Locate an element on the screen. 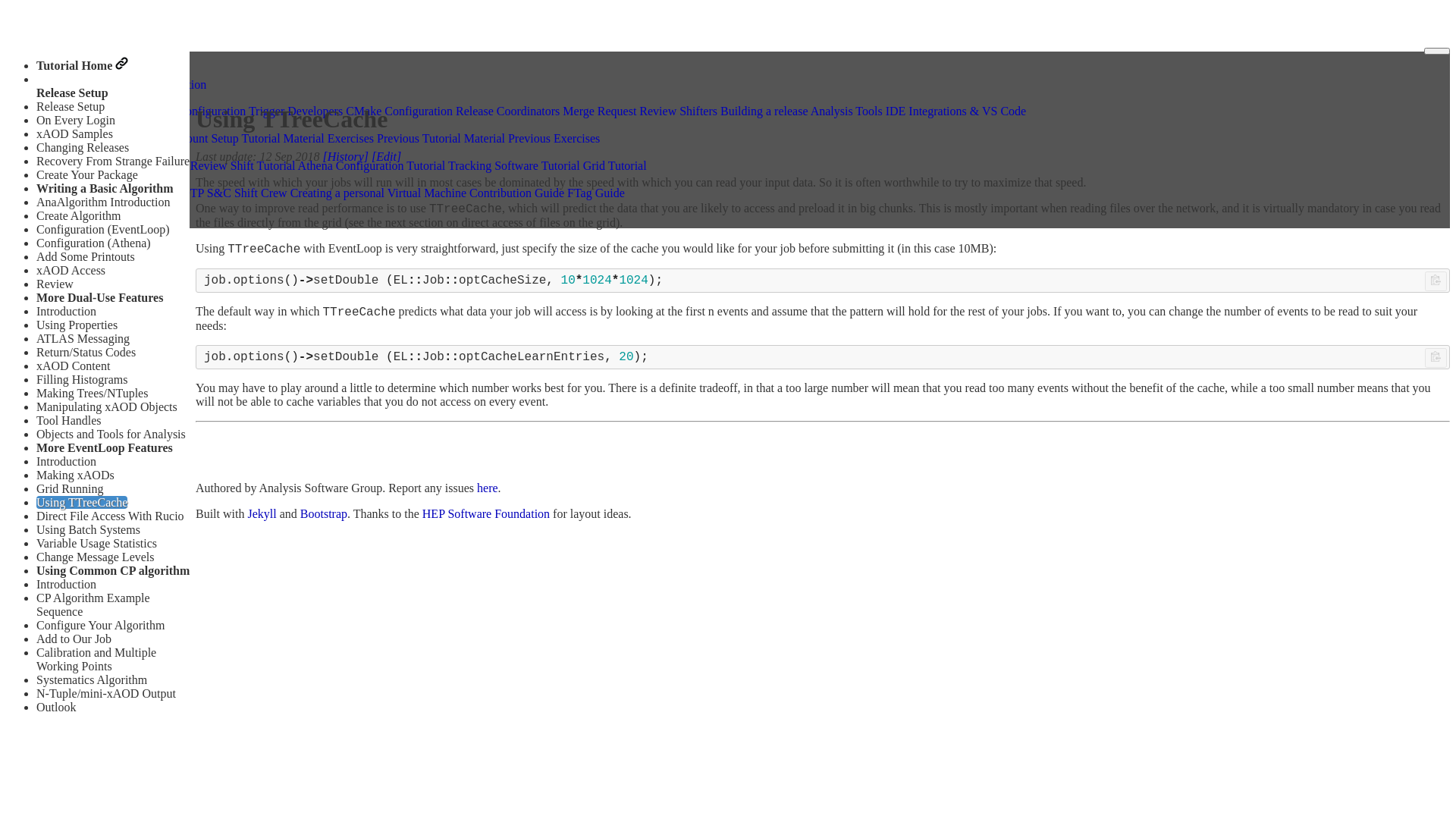 The height and width of the screenshot is (819, 1456). 'Athena Configuration' is located at coordinates (192, 110).